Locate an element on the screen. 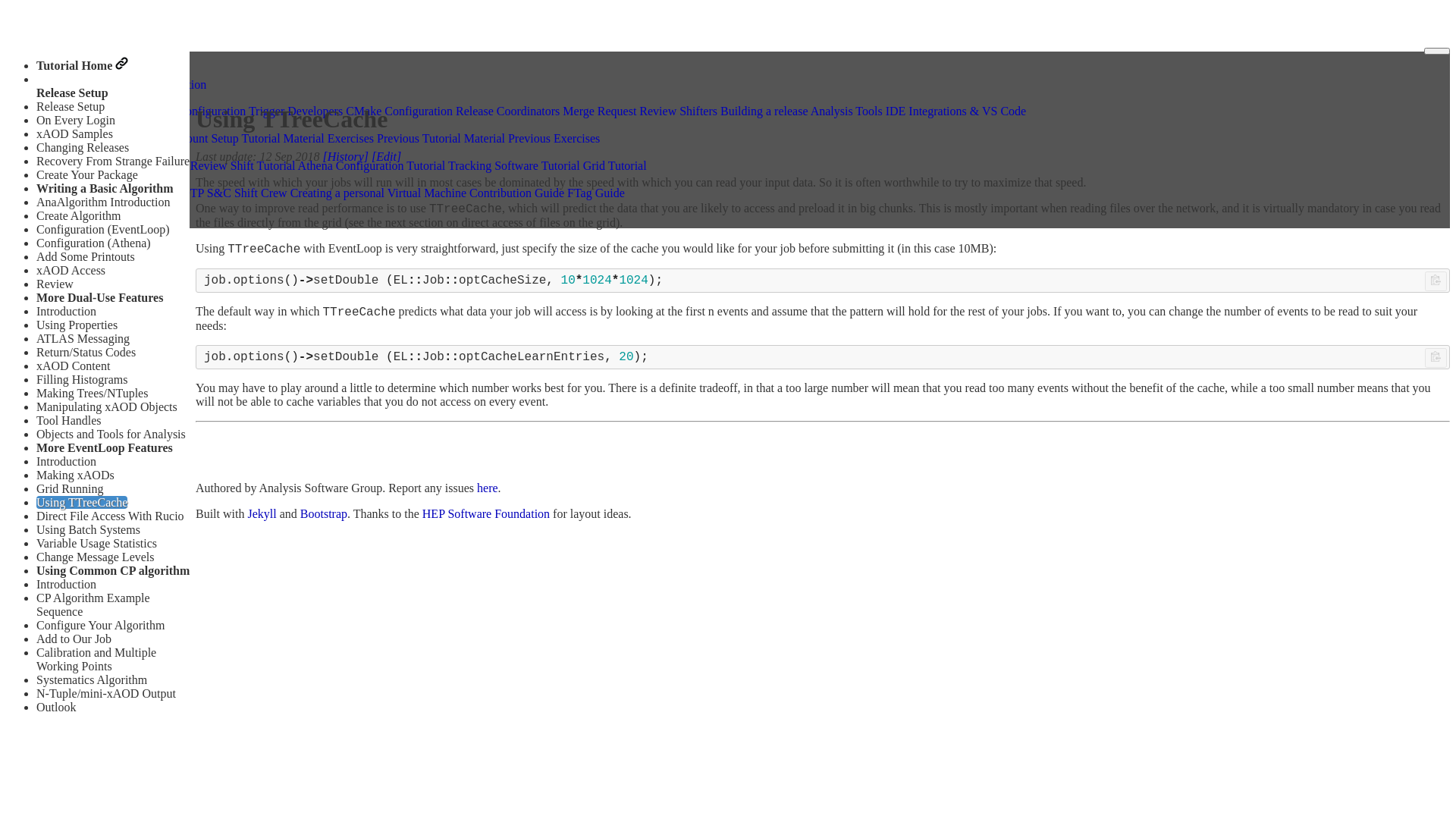 The height and width of the screenshot is (819, 1456). 'Athena Configuration' is located at coordinates (192, 110).